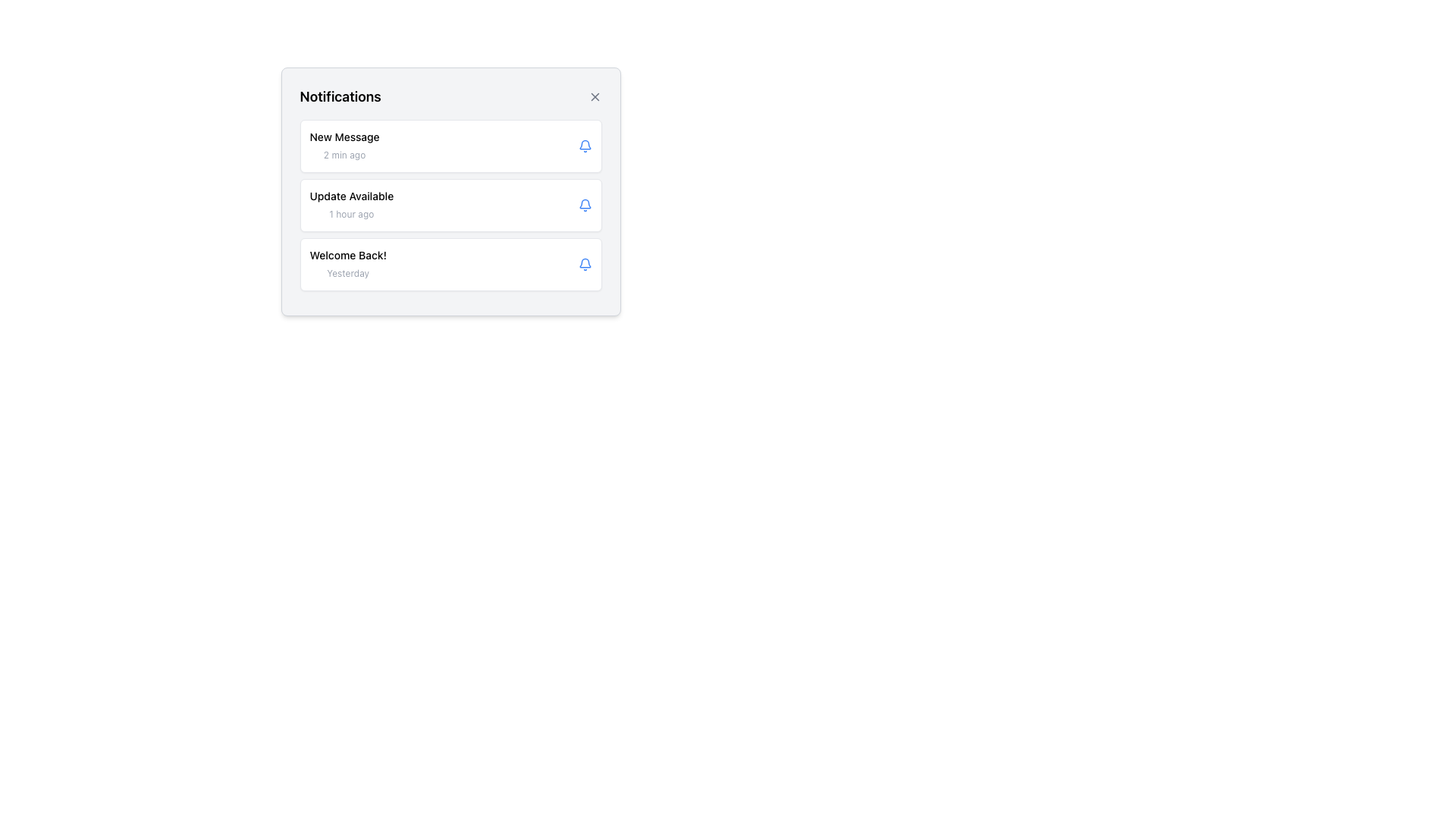 The image size is (1456, 819). I want to click on the timestamp text label associated with the 'Welcome Back!' notification, which is positioned directly below the title text, so click(347, 273).